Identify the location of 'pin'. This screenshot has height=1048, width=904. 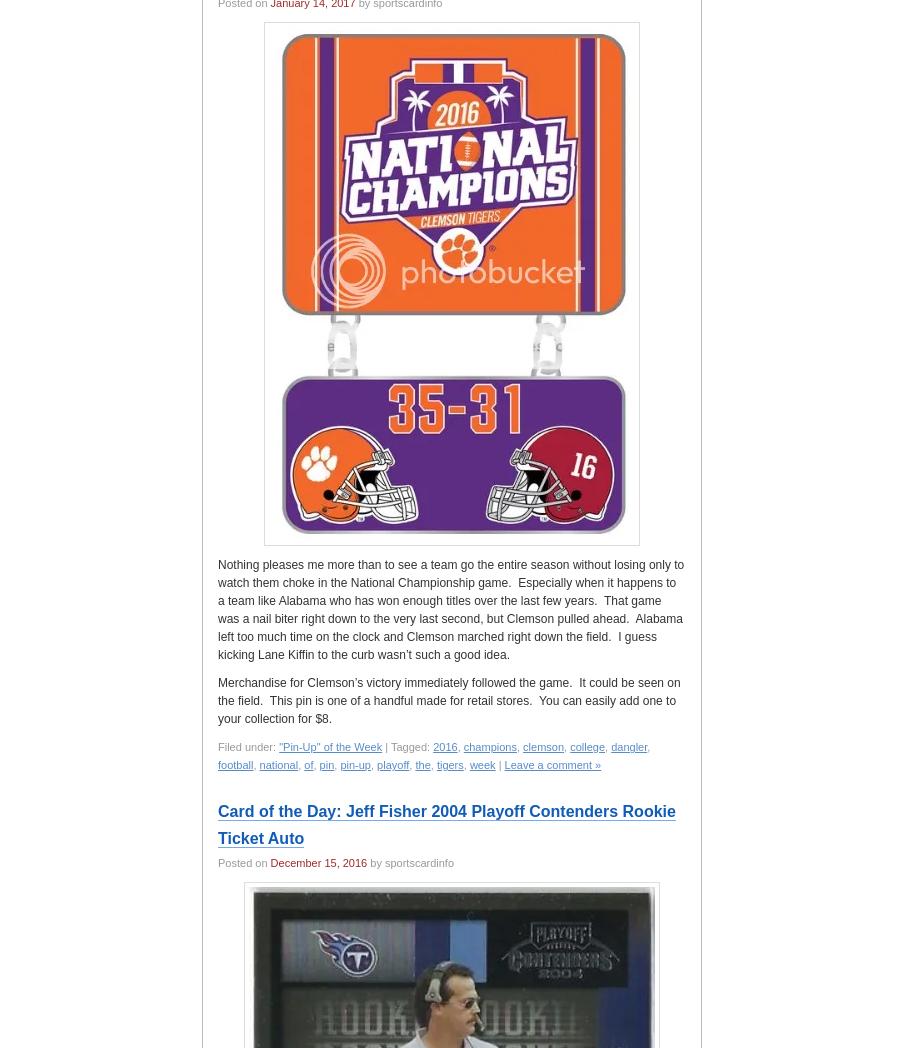
(326, 765).